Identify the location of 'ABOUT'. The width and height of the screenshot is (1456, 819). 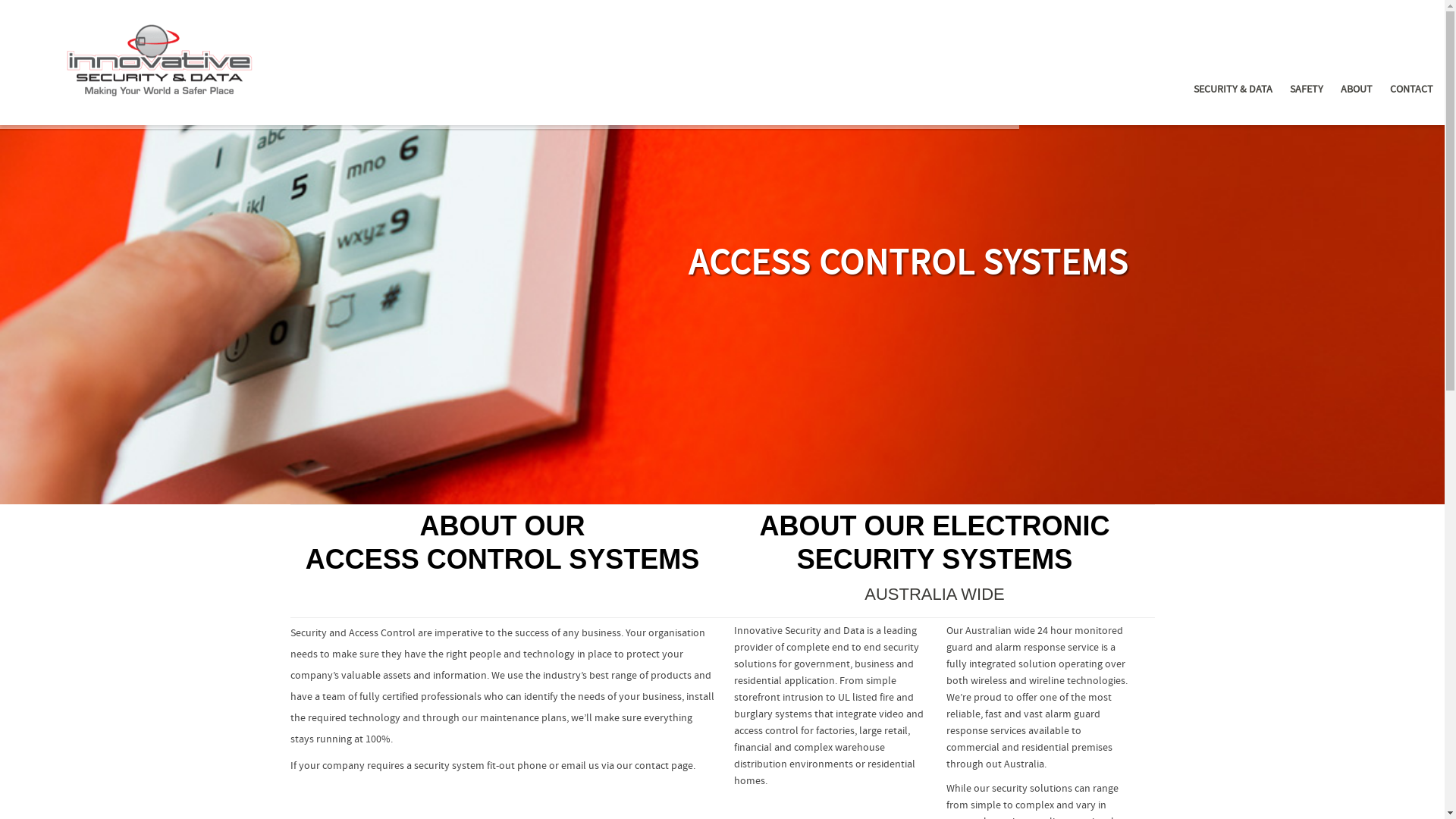
(1357, 90).